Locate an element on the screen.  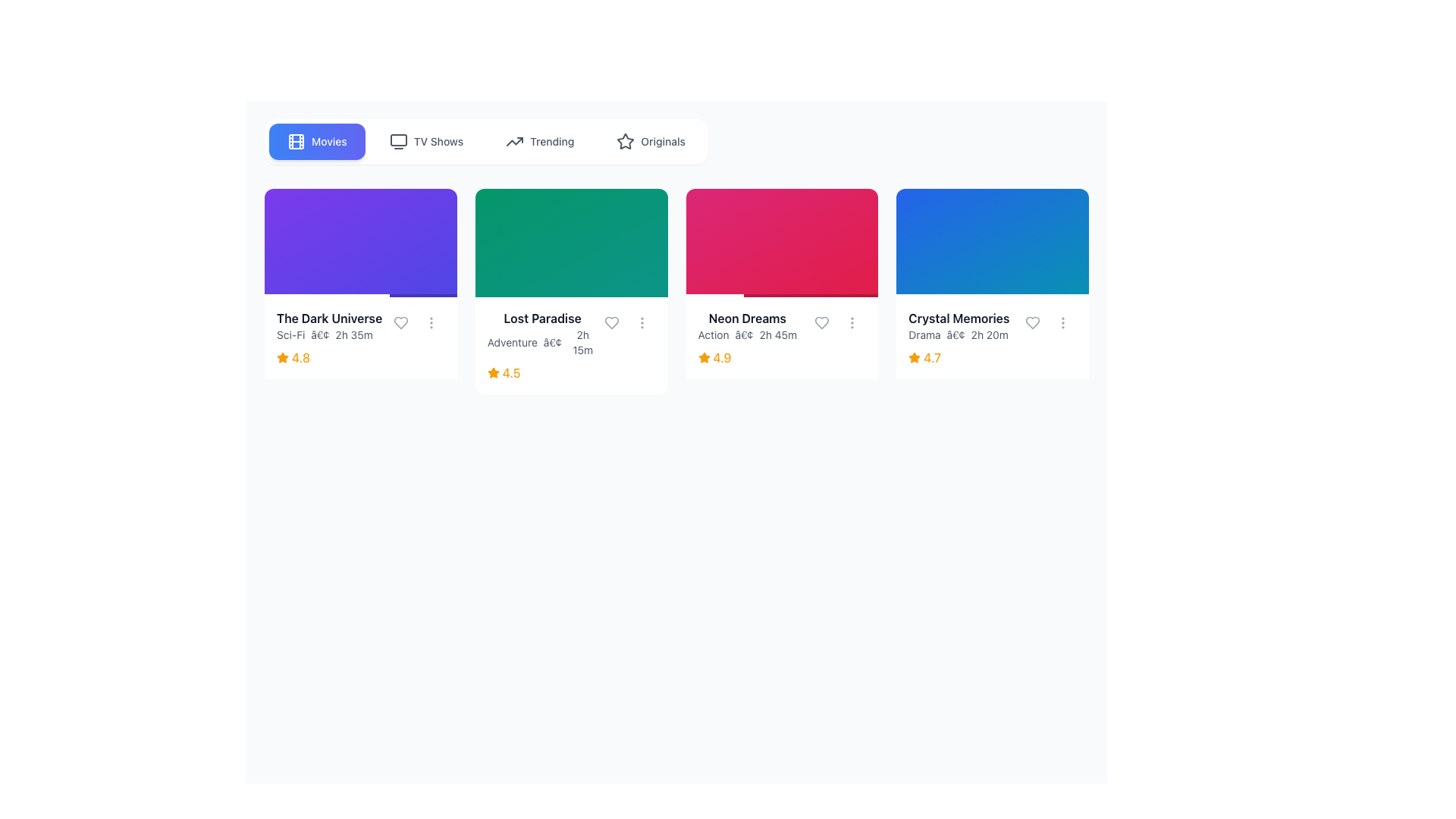
the numerical rating text label displaying '4.8', styled in amber color and positioned to the right of the star icon in the movie card's rating component is located at coordinates (301, 357).